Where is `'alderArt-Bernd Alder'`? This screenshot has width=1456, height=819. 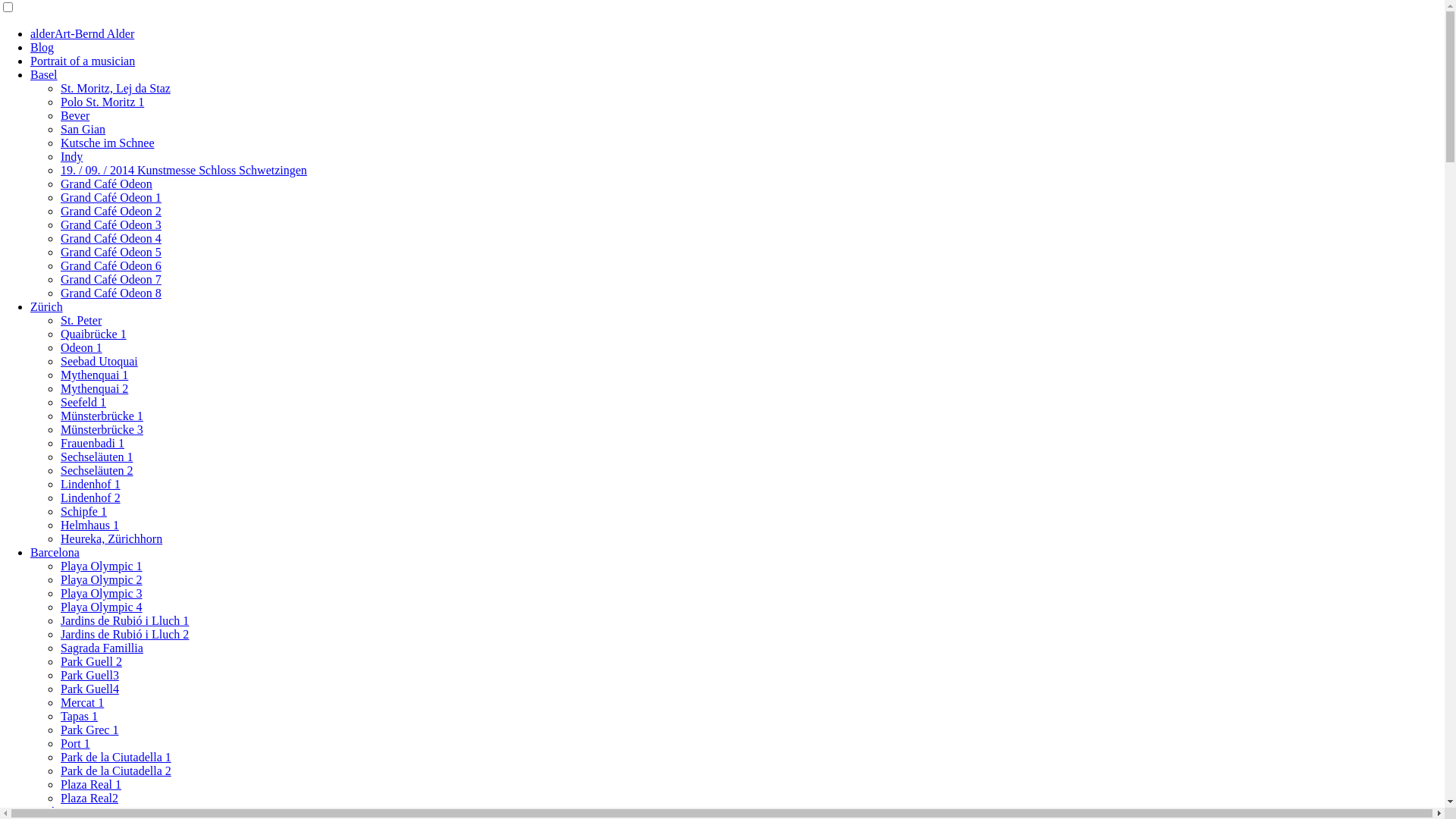 'alderArt-Bernd Alder' is located at coordinates (30, 33).